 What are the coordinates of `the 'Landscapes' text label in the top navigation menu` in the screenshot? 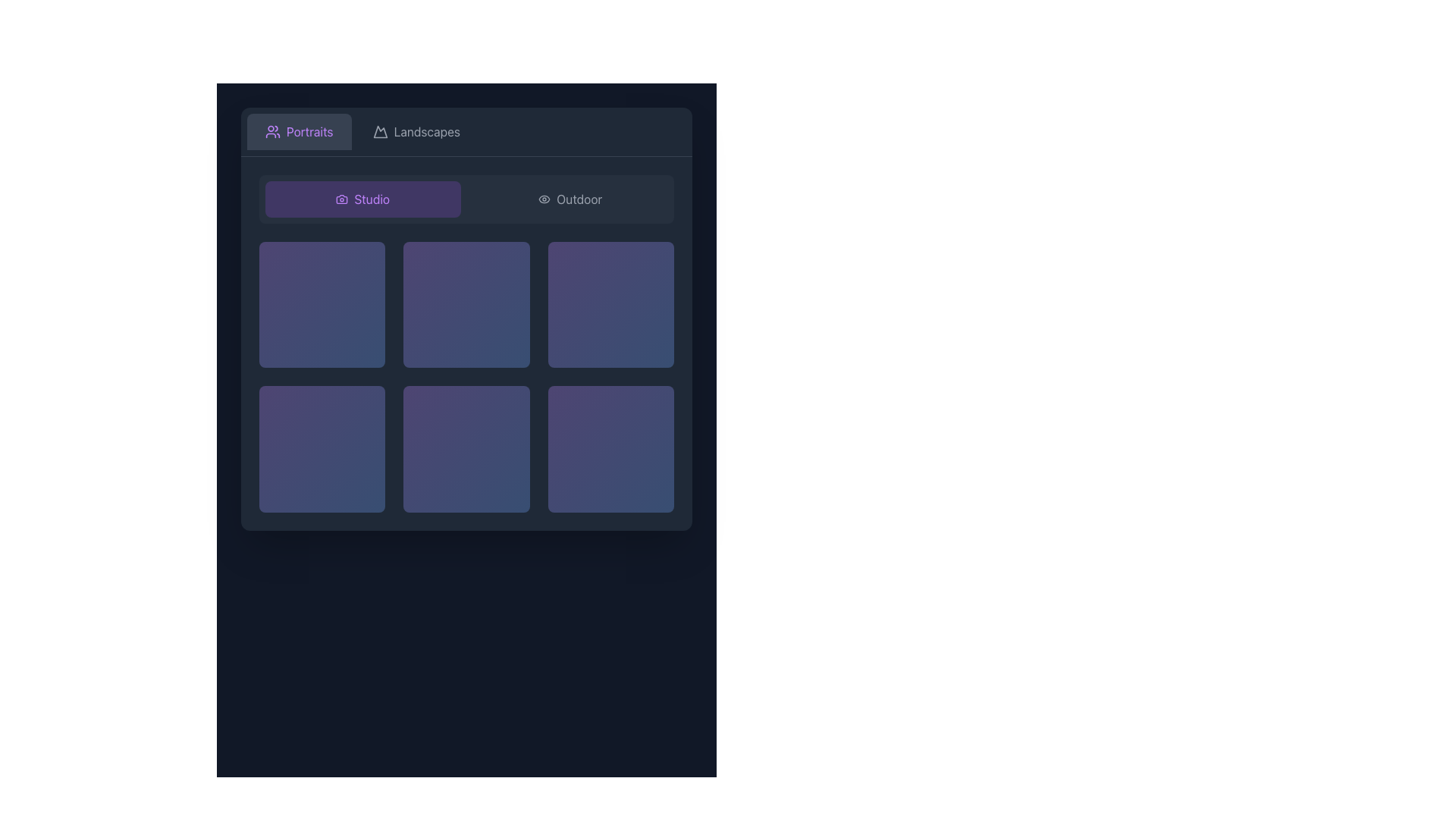 It's located at (426, 130).